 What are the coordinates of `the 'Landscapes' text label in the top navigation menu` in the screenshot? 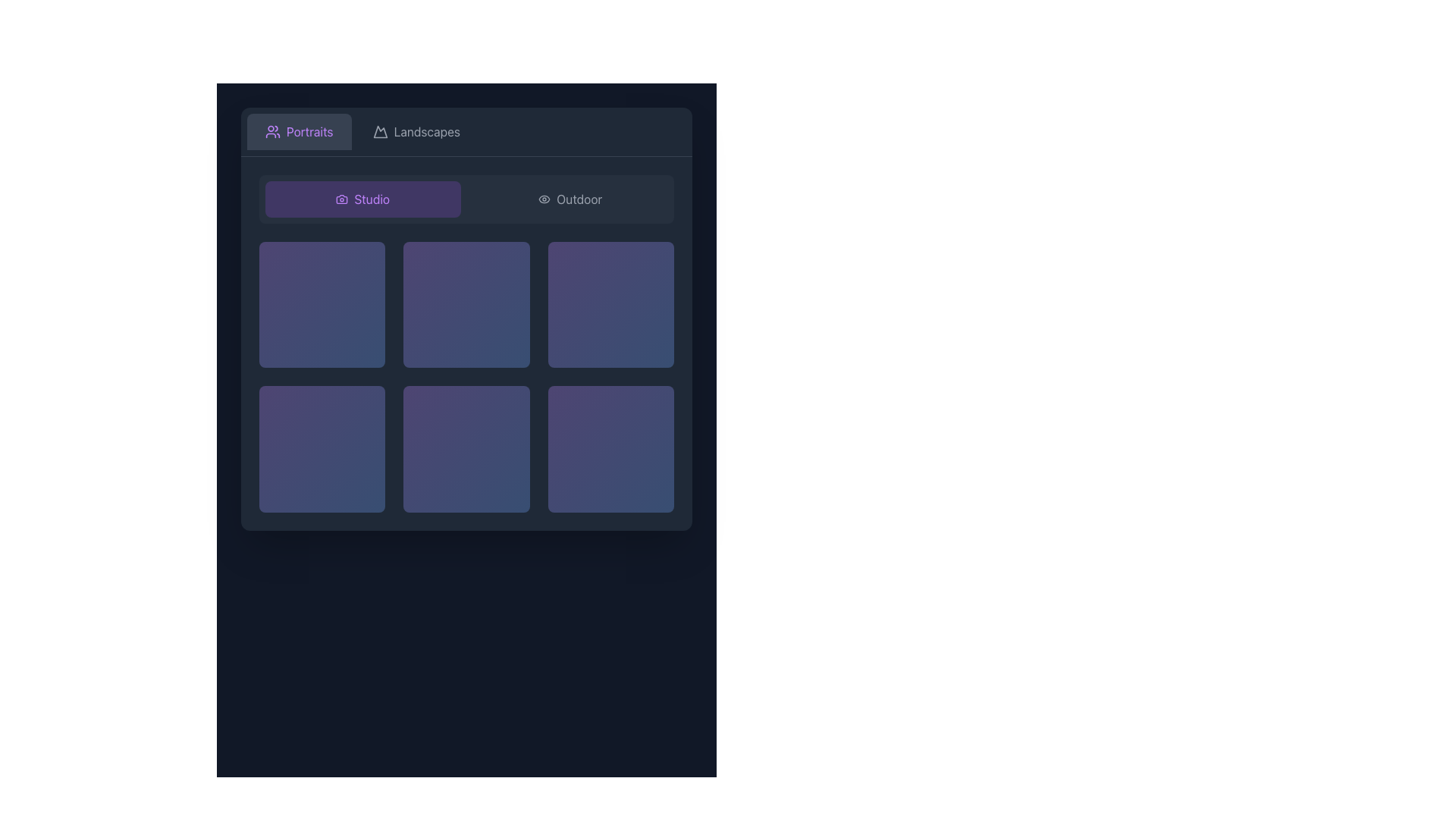 It's located at (426, 130).